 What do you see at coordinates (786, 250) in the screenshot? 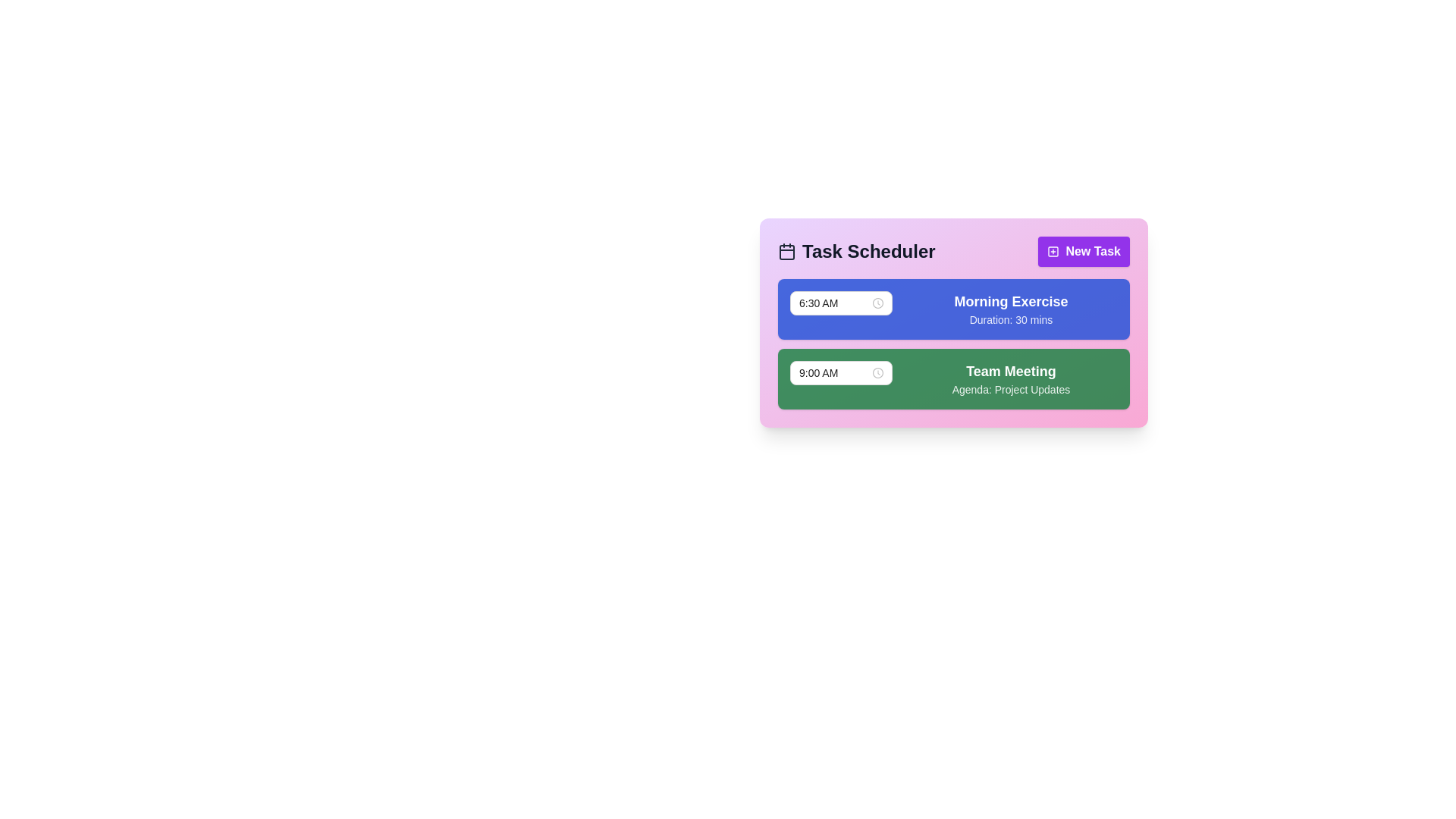
I see `the scheduling task icon located in the top-left corner of the Task Scheduler component, aligned horizontally with the title text 'Task Scheduler'` at bounding box center [786, 250].